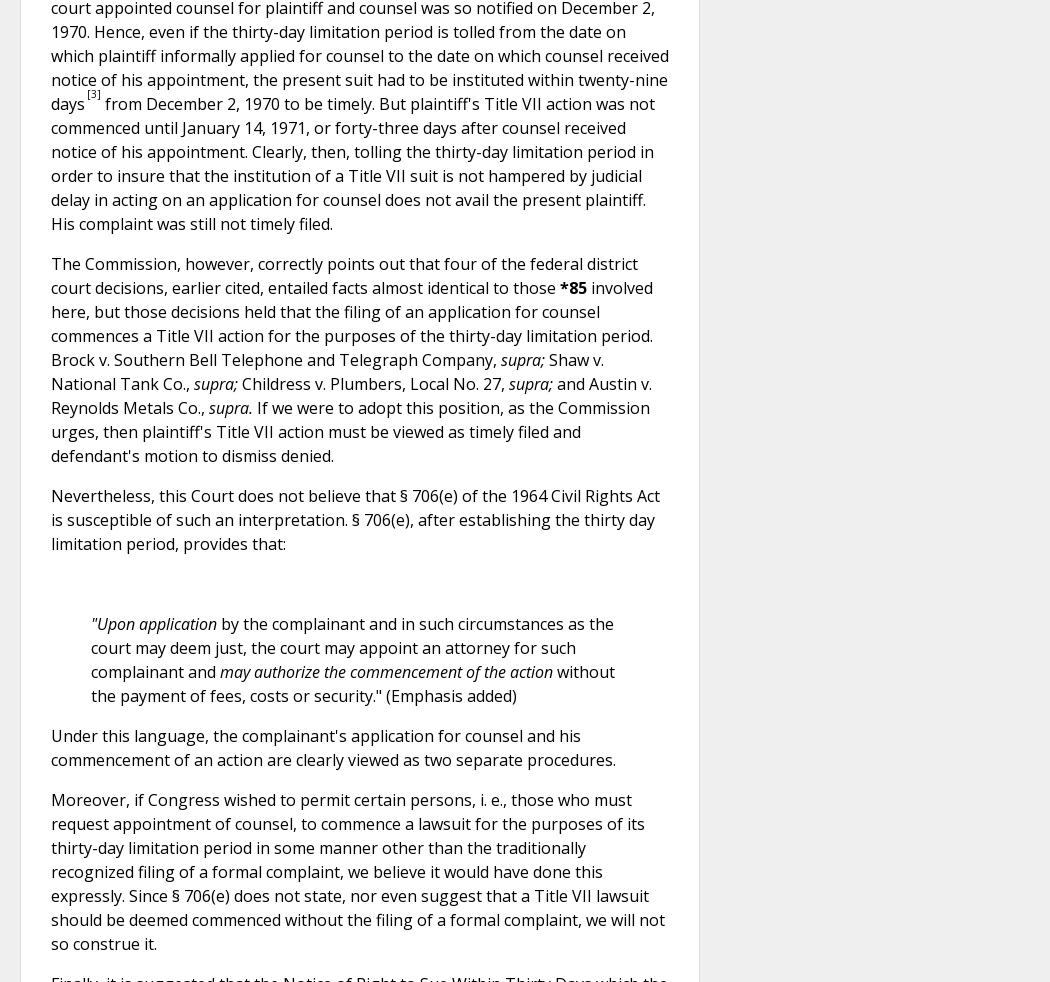 The width and height of the screenshot is (1050, 982). What do you see at coordinates (357, 871) in the screenshot?
I see `'Moreover, if Congress wished to permit certain persons, i. e., those who must request appointment of counsel, to commence a lawsuit for the purposes of its thirty-day limitation period in some manner other than the traditionally recognized filing of a formal complaint, we believe it would have done this expressly. Since § 706(e) does not state, nor even suggest that a Title VII lawsuit should be deemed commenced without the filing of a formal complaint, we will not so construe it.'` at bounding box center [357, 871].